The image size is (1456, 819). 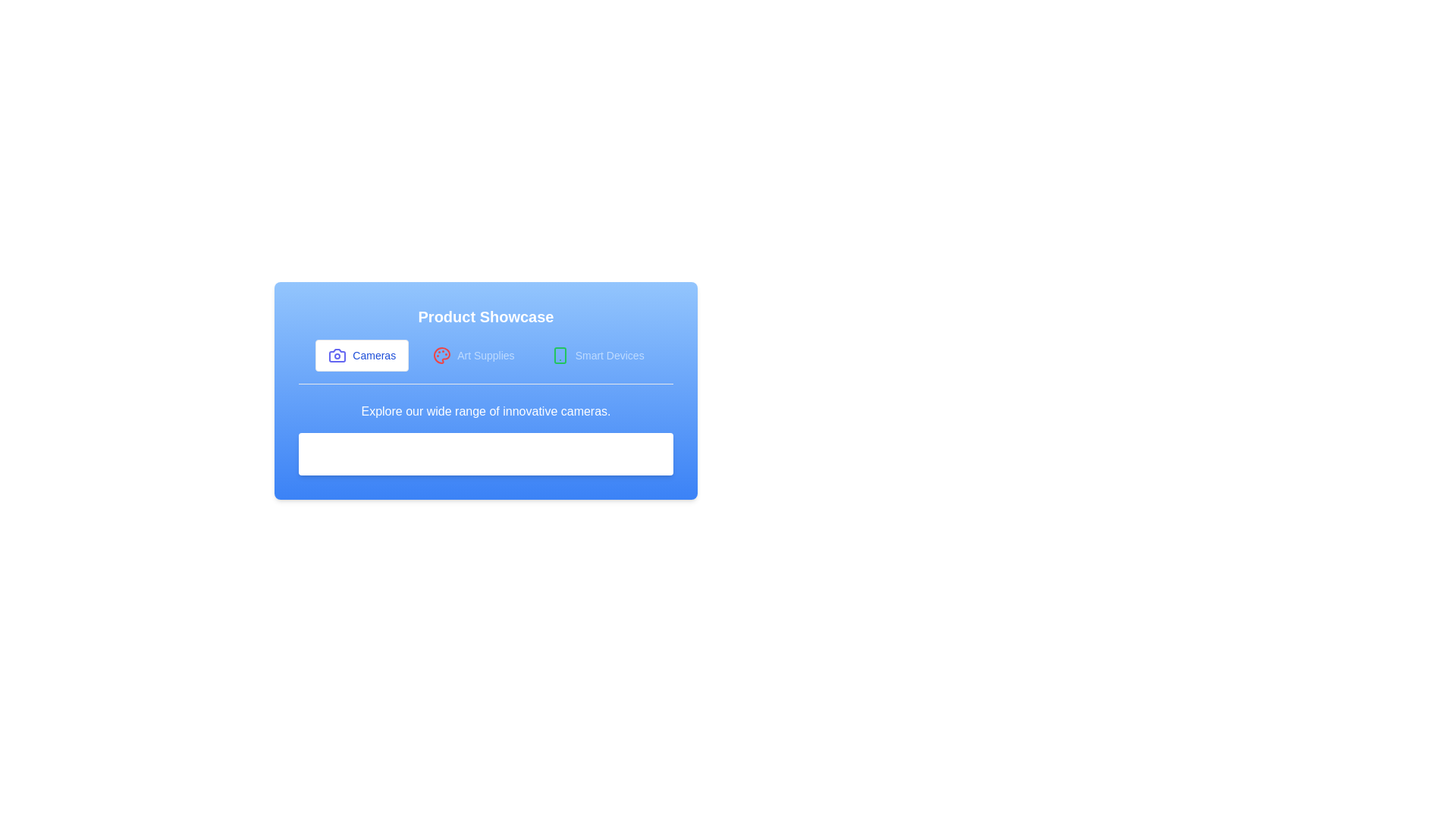 I want to click on the tab labeled Smart Devices, so click(x=597, y=356).